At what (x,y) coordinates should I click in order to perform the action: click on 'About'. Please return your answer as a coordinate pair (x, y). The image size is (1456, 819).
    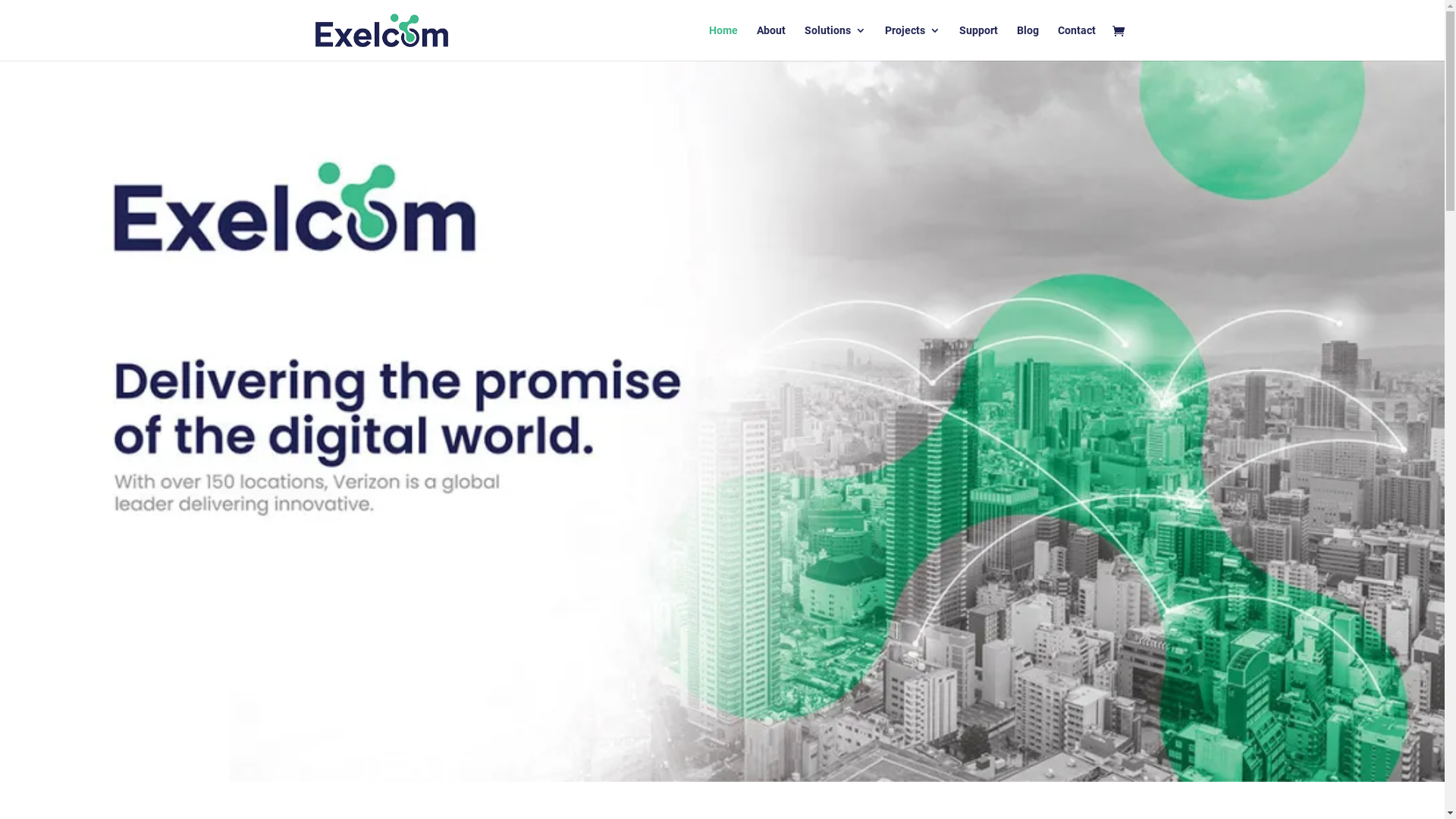
    Looking at the image, I should click on (771, 42).